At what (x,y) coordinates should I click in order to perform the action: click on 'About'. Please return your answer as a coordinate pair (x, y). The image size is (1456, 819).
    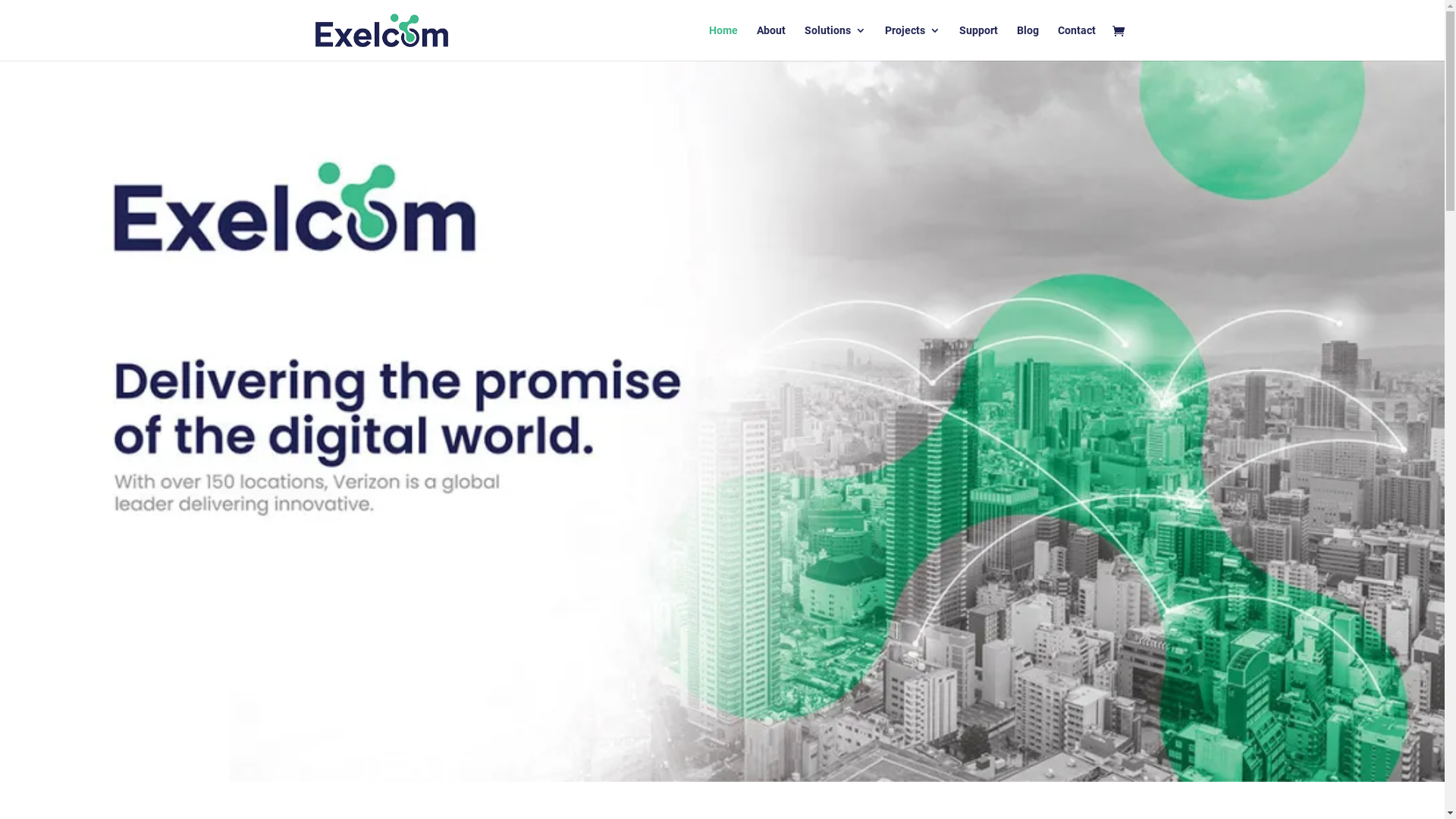
    Looking at the image, I should click on (771, 42).